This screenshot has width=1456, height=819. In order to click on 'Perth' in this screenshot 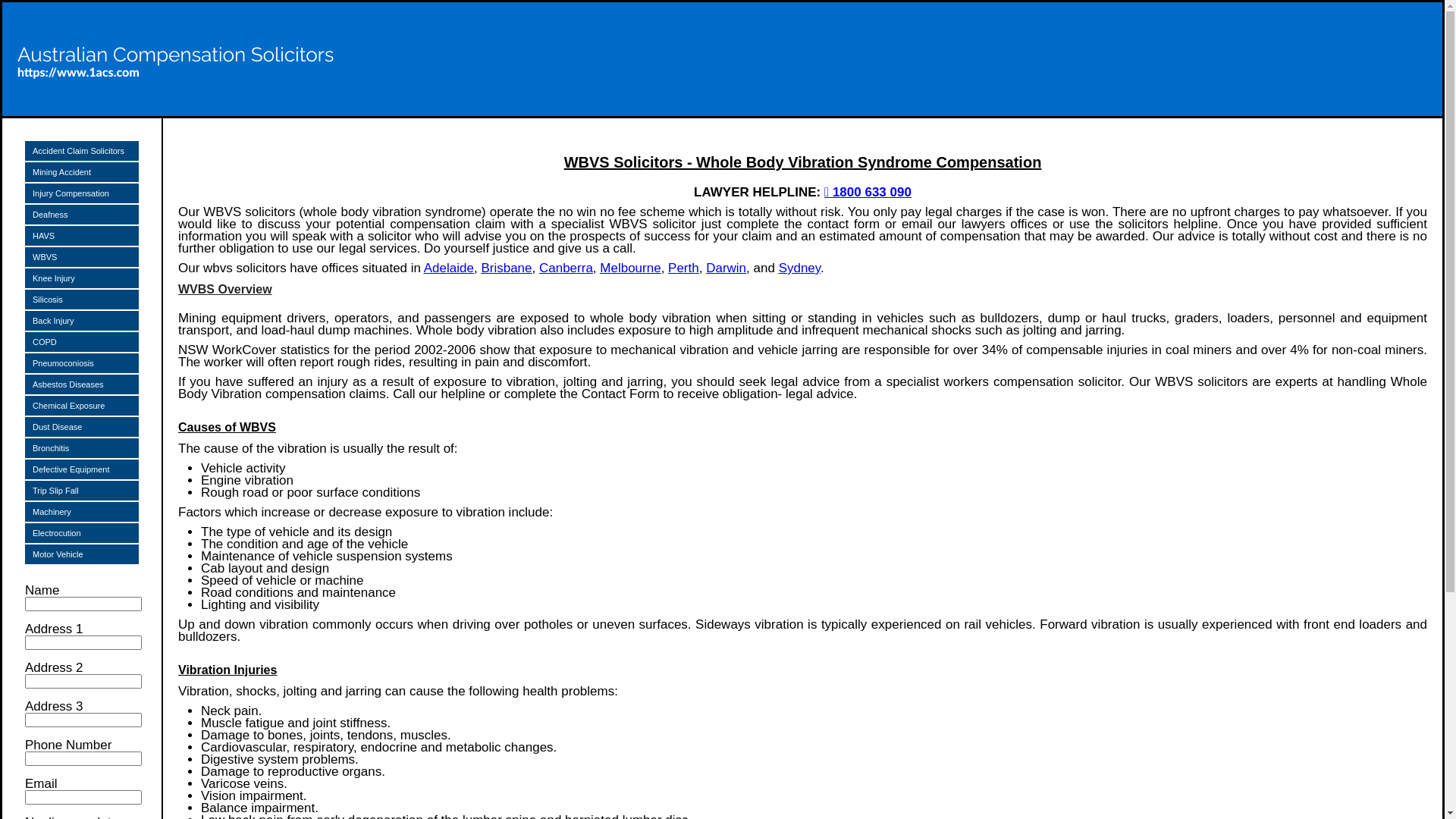, I will do `click(682, 267)`.